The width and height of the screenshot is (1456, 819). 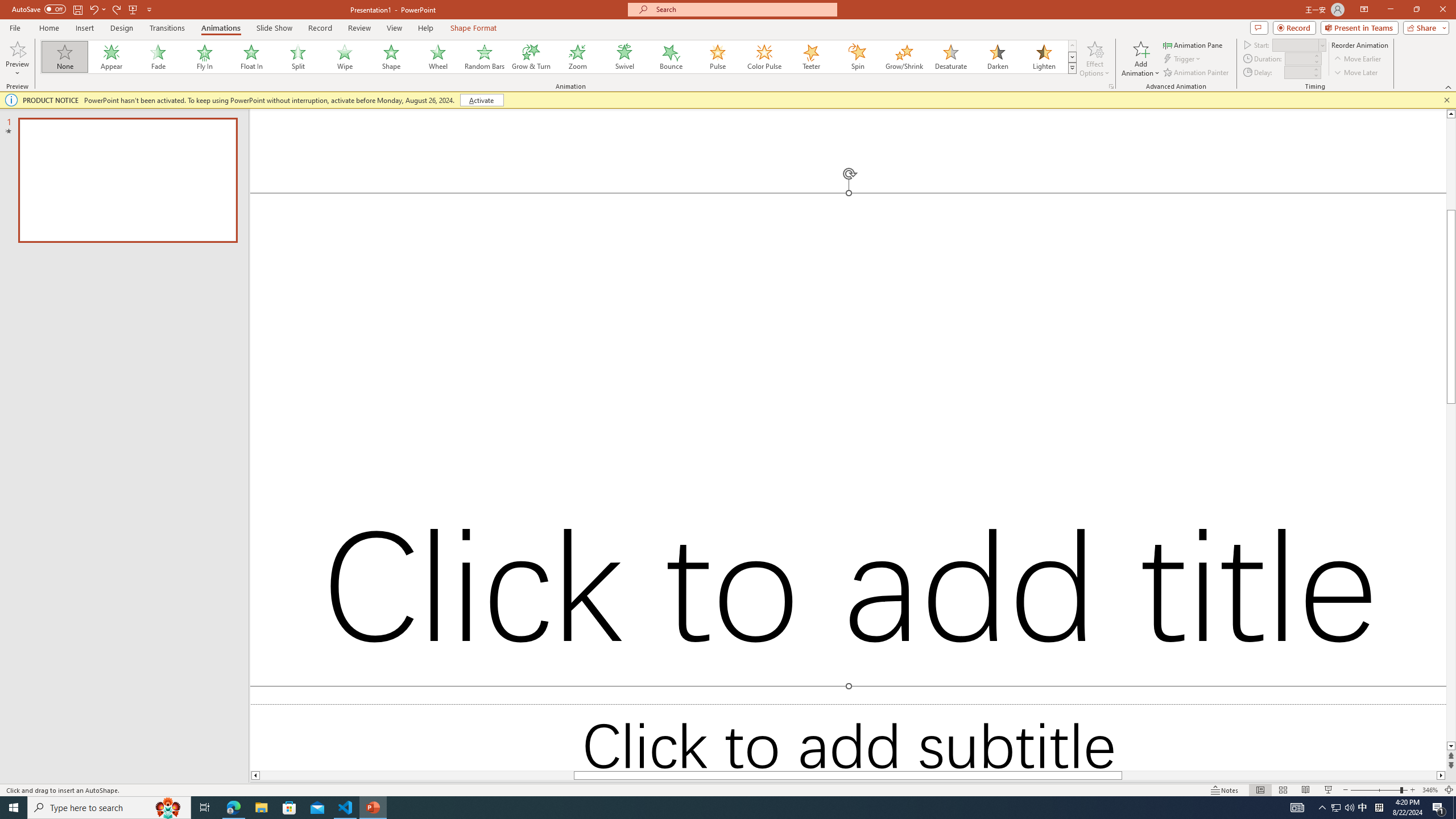 What do you see at coordinates (996, 56) in the screenshot?
I see `'Darken'` at bounding box center [996, 56].